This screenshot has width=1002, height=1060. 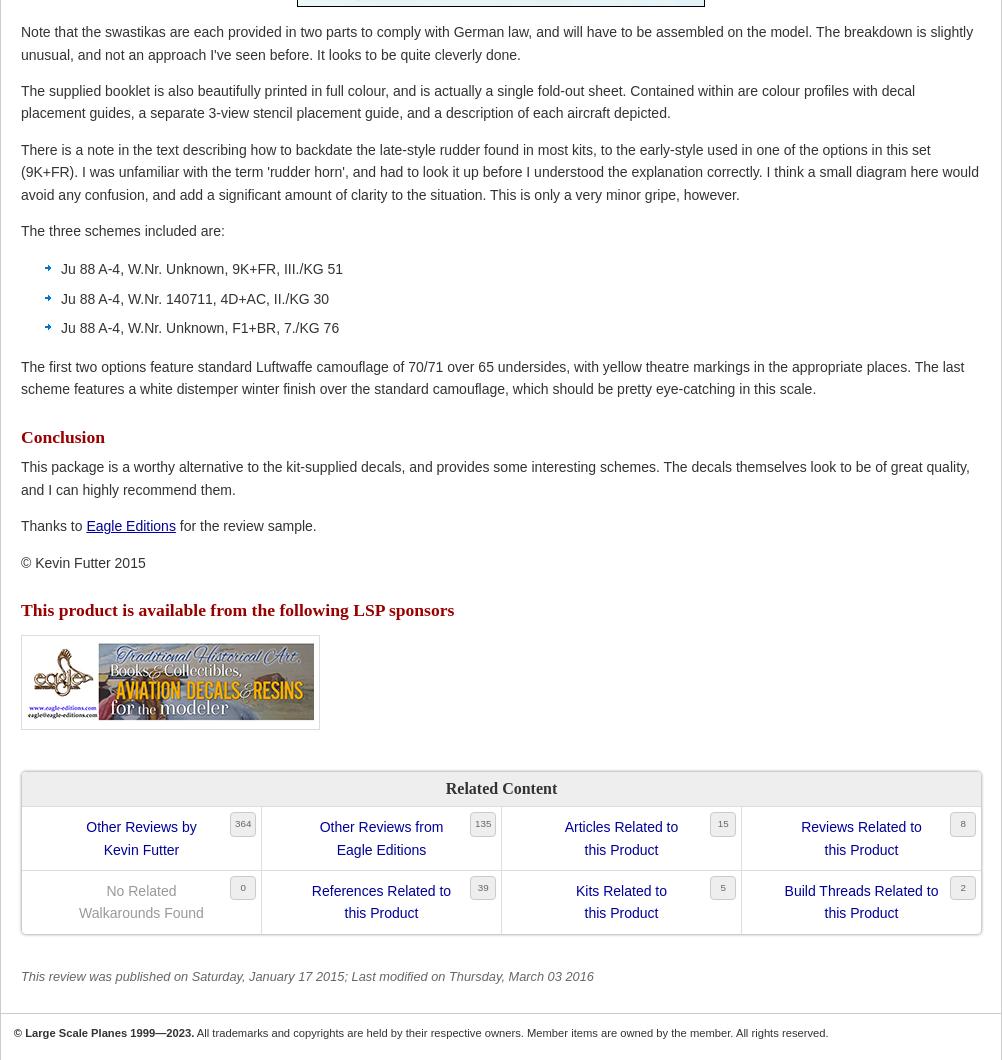 I want to click on 'Ju 88 A-4, W.Nr. Unknown, F1+BR, 7./KG 76', so click(x=61, y=327).